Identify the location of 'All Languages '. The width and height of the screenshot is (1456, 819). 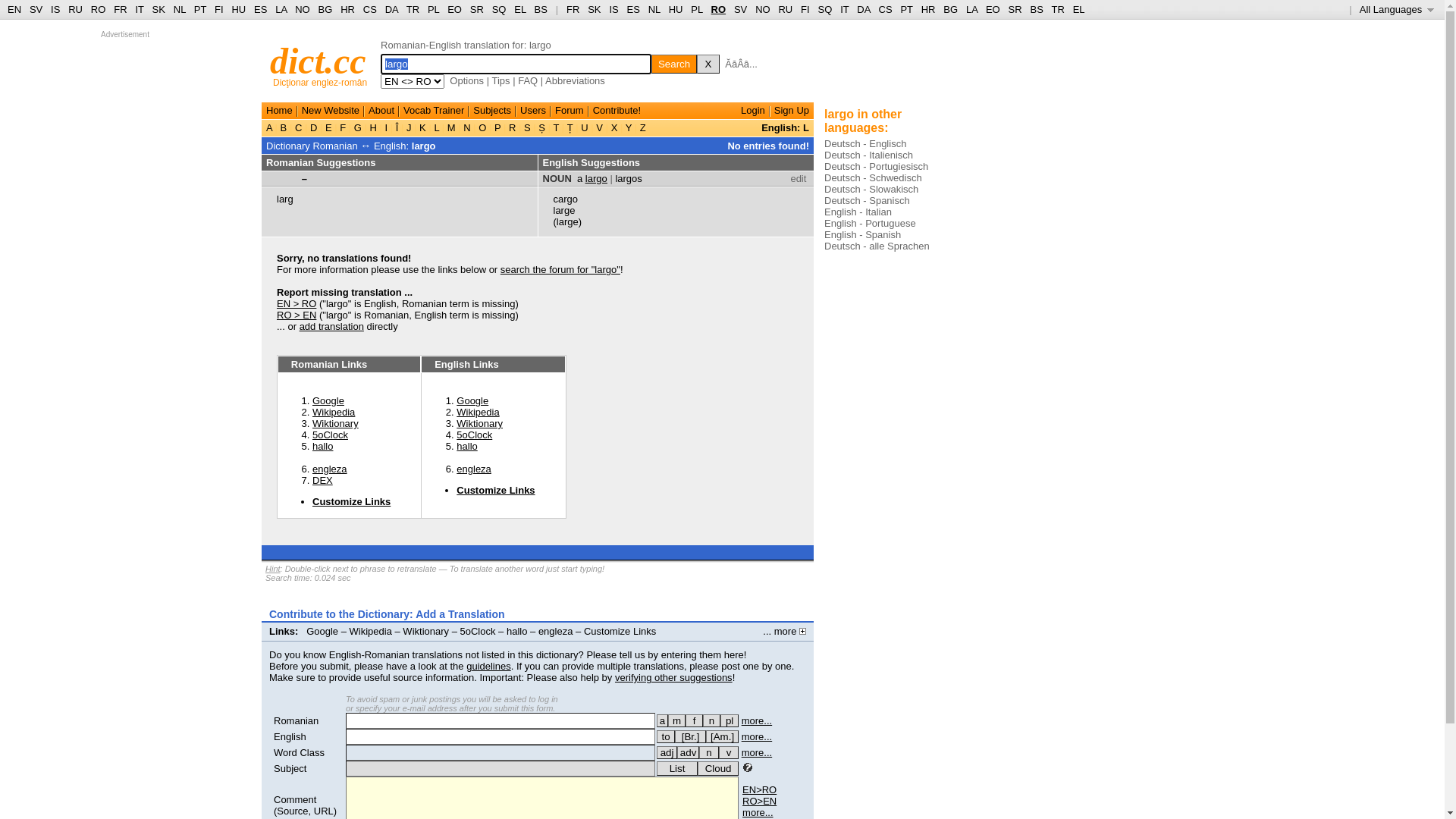
(1396, 9).